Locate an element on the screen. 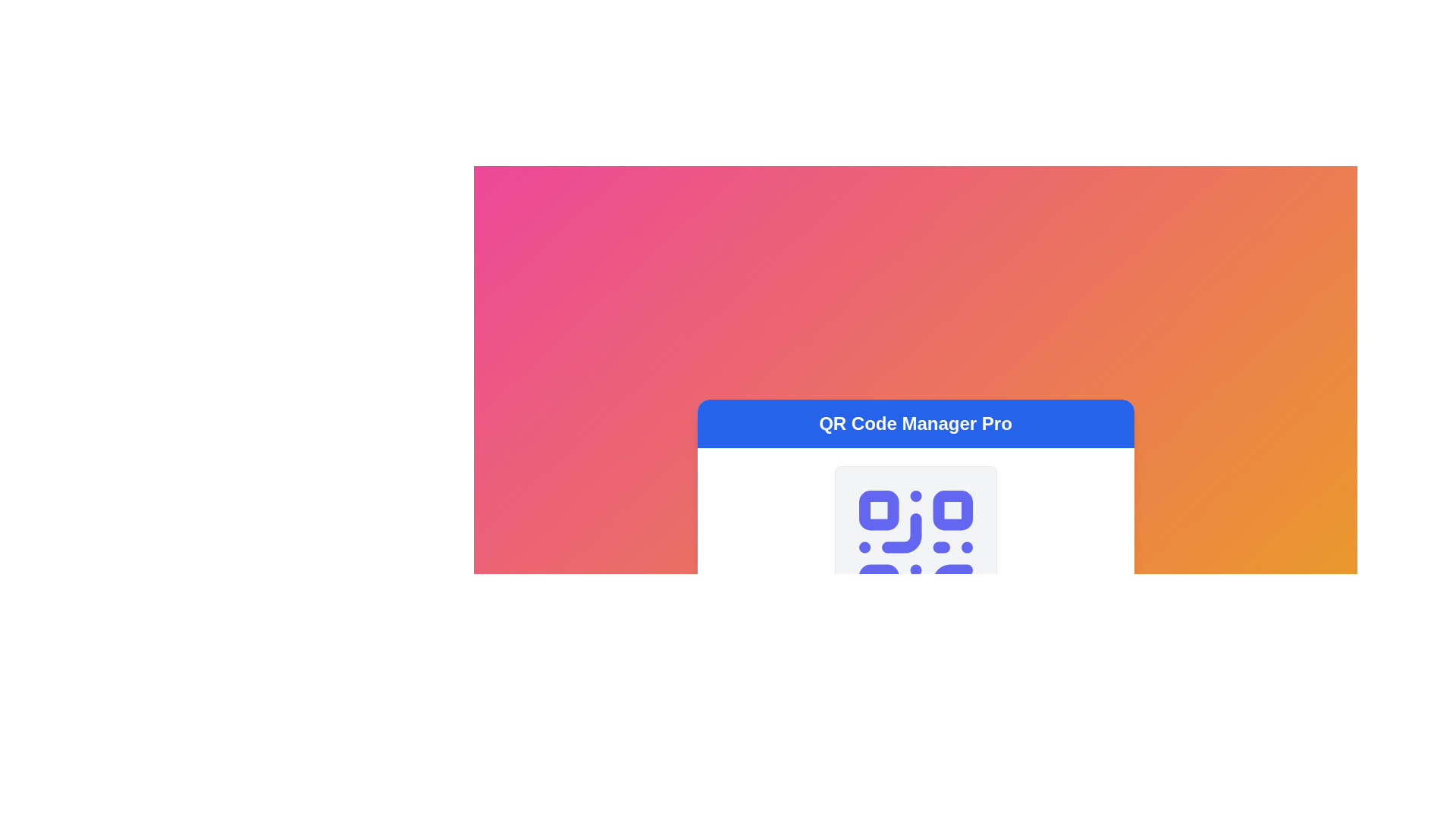 The width and height of the screenshot is (1456, 819). the second square in the upper-right corner of the QR code design grid is located at coordinates (952, 510).